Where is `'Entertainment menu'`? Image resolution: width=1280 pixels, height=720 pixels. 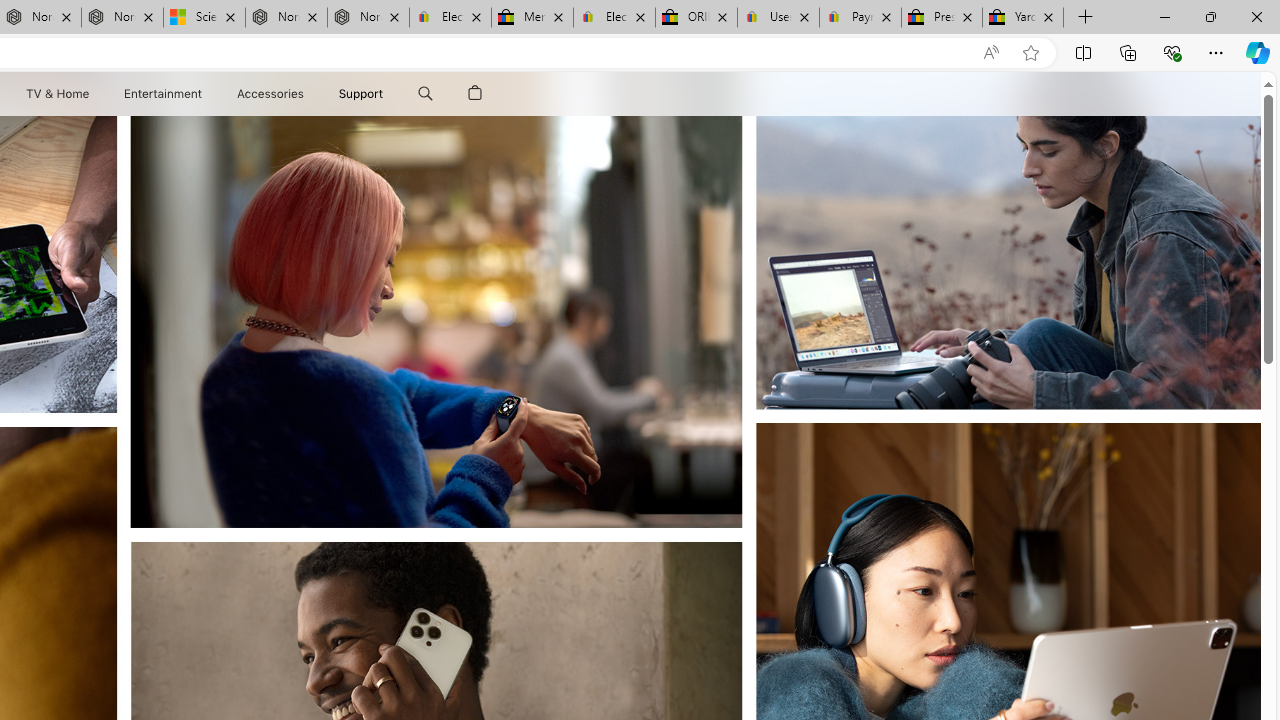
'Entertainment menu' is located at coordinates (206, 93).